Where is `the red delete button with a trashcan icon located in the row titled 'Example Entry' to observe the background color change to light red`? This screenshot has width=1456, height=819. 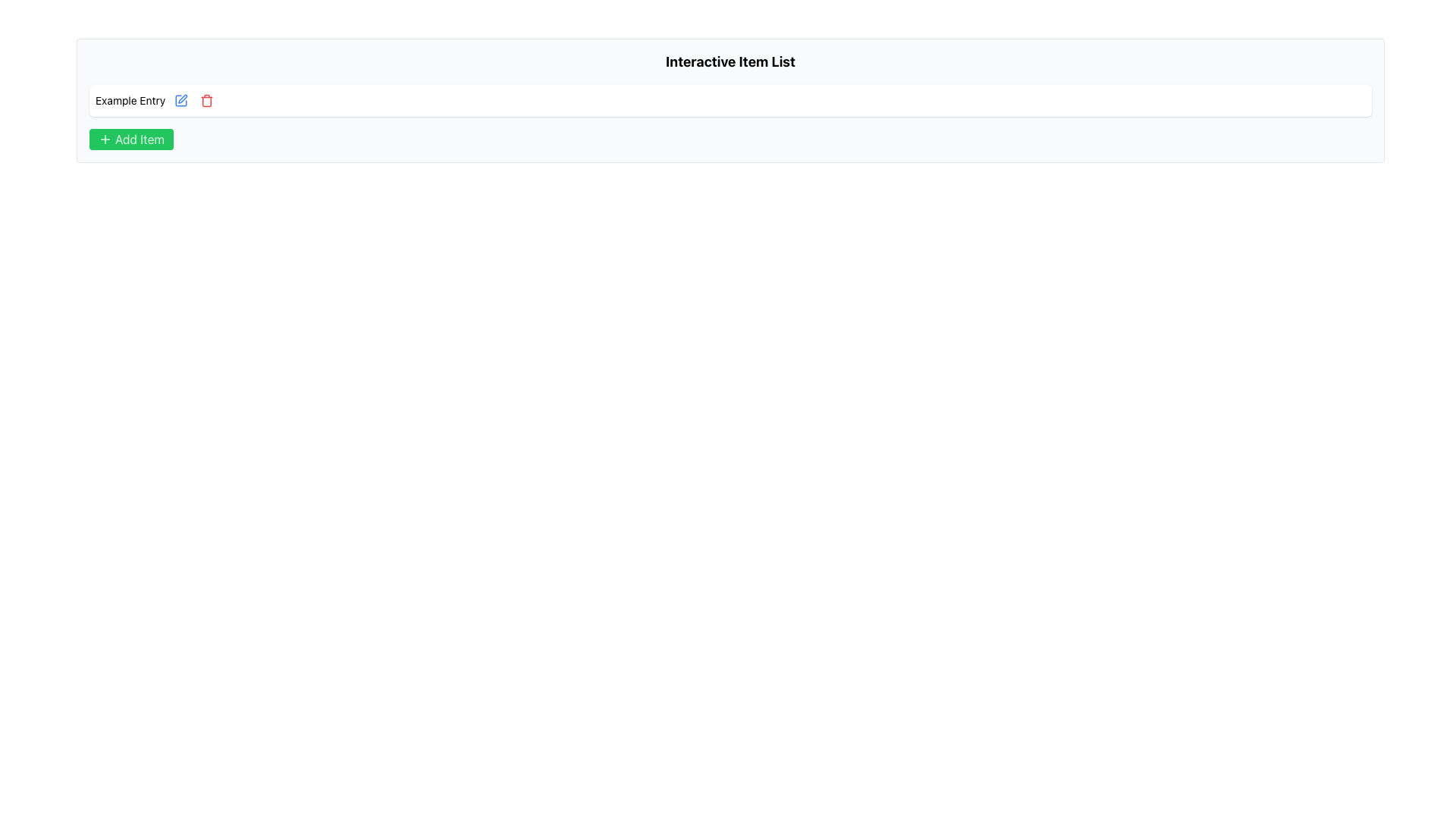
the red delete button with a trashcan icon located in the row titled 'Example Entry' to observe the background color change to light red is located at coordinates (206, 100).